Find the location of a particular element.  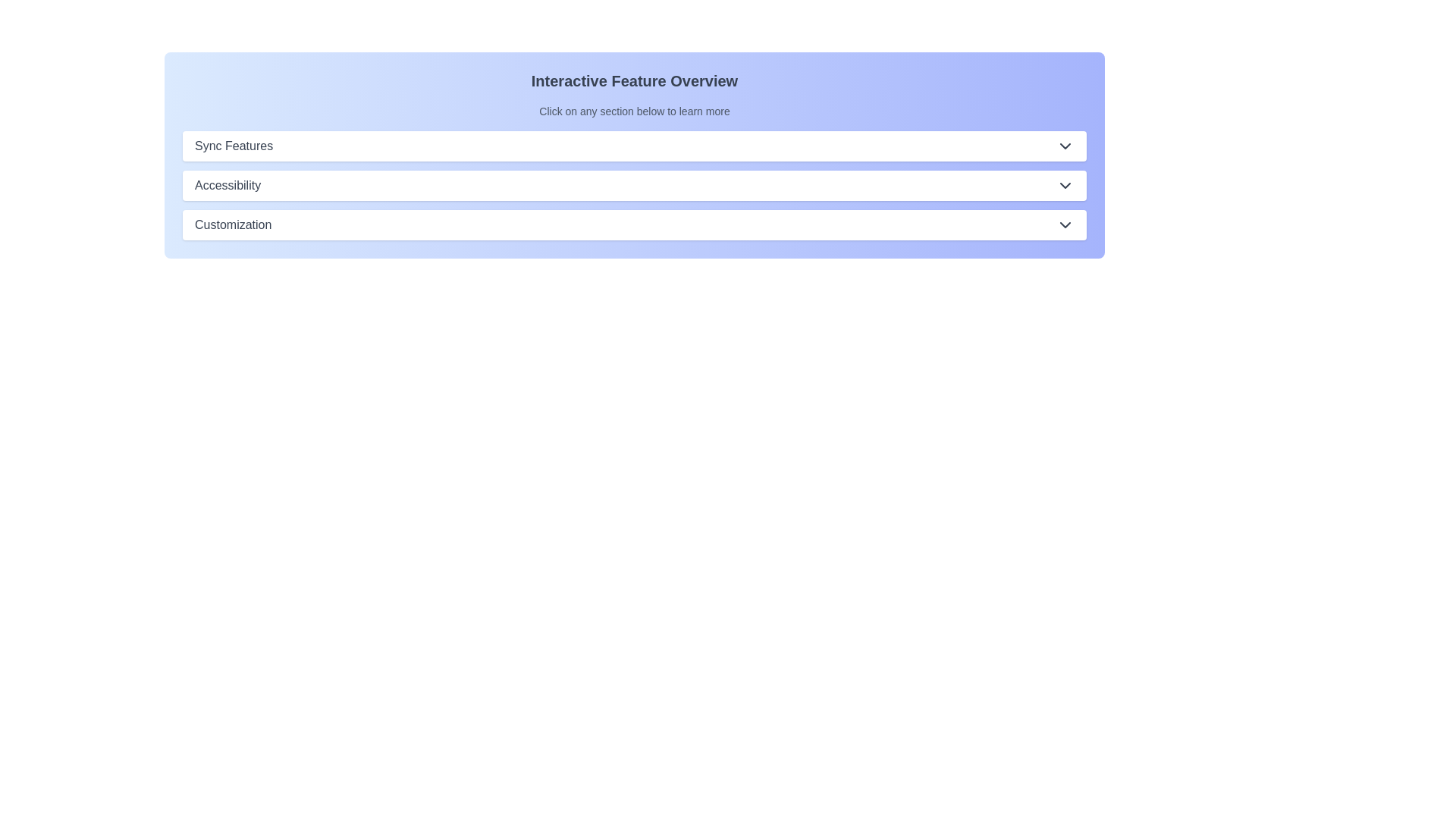

the third clickable button or expandable section header that provides access to customization-related features for keyboard navigation is located at coordinates (634, 225).